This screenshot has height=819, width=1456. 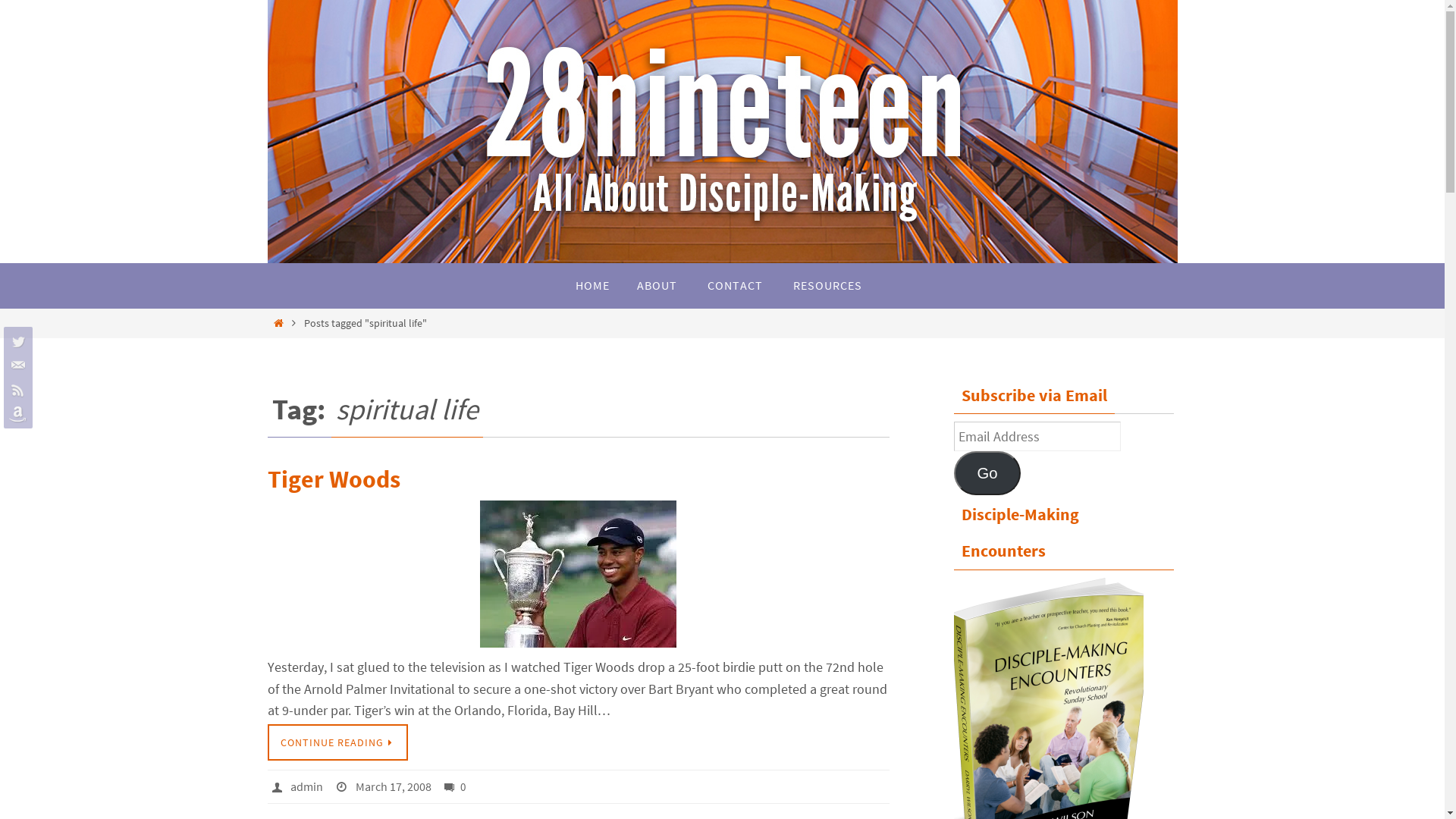 I want to click on 'March 17, 2008', so click(x=393, y=786).